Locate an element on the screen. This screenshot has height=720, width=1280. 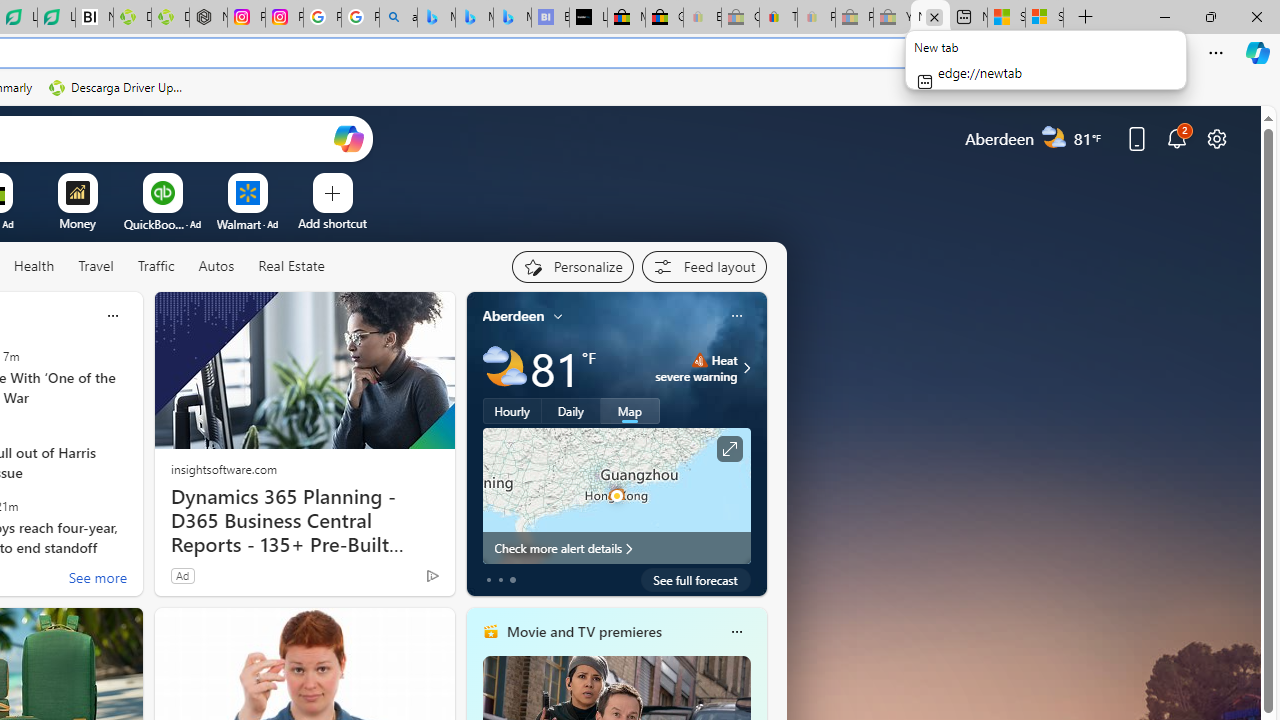
'Autos' is located at coordinates (216, 266).